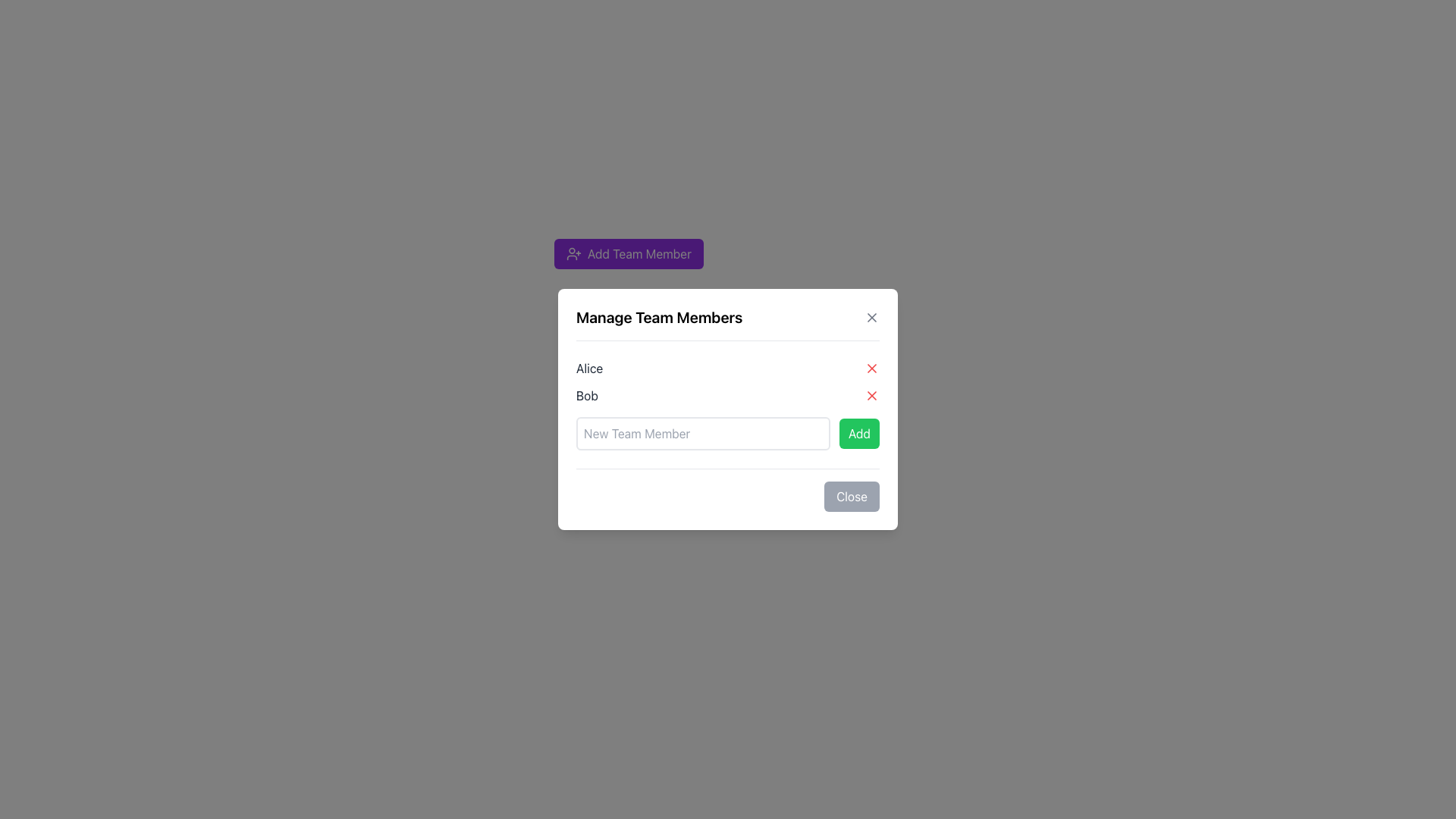 This screenshot has height=819, width=1456. Describe the element at coordinates (872, 317) in the screenshot. I see `the 'X' icon in the top-right corner of the 'Manage Team Members' dialog box, which is used to close the dialog` at that location.